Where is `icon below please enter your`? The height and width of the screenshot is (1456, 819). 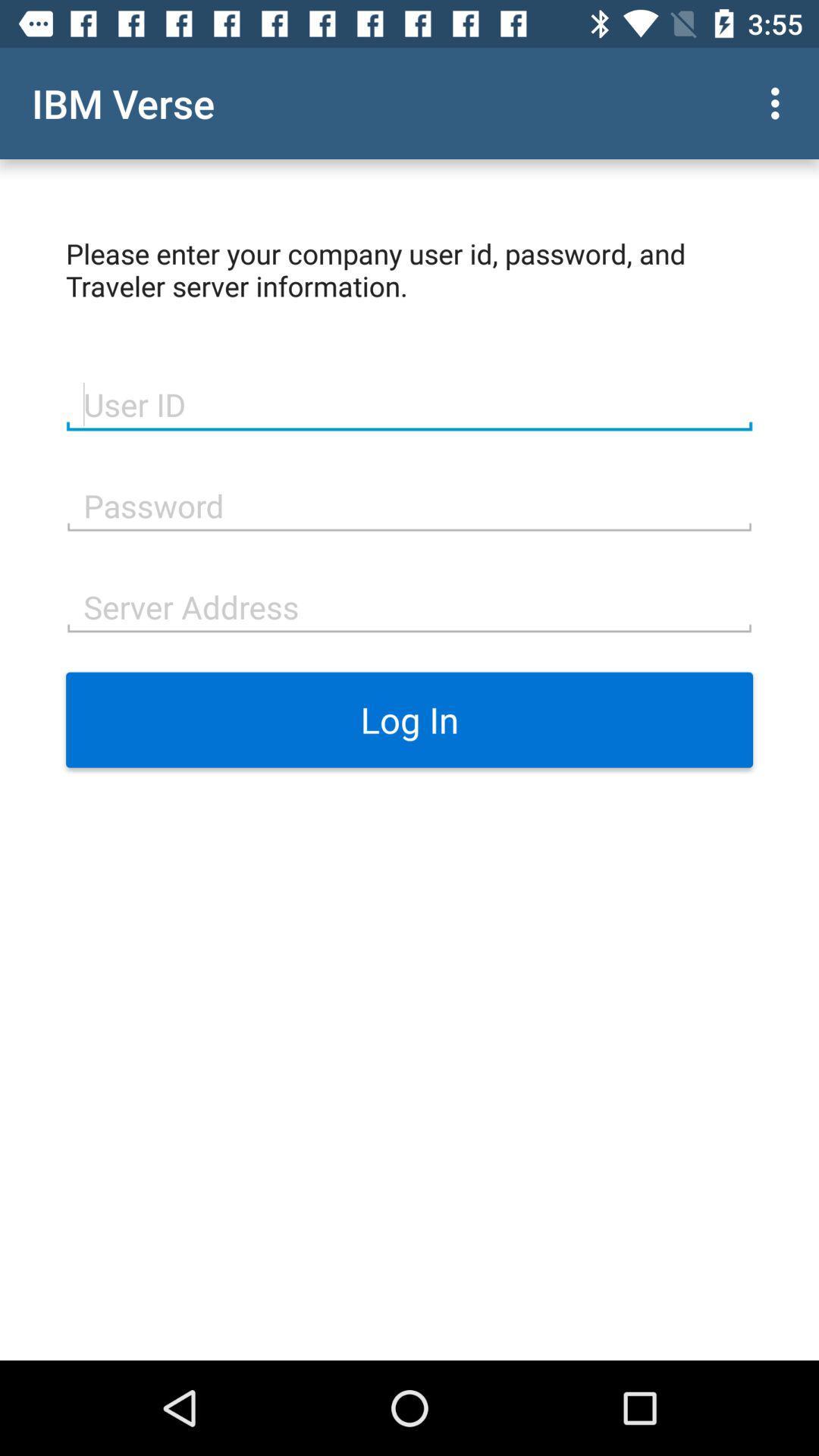 icon below please enter your is located at coordinates (409, 403).